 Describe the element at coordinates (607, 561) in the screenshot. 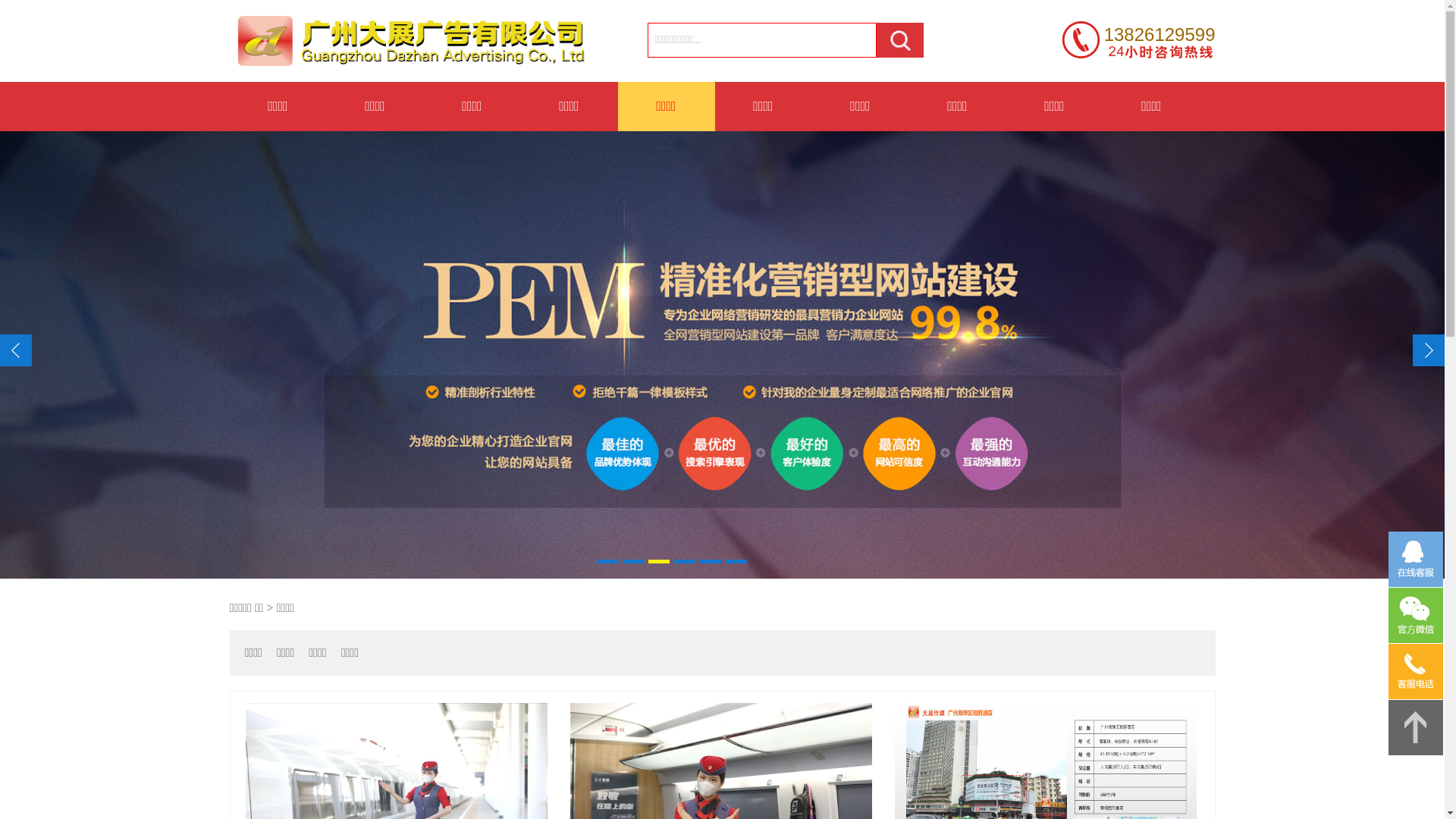

I see `'1'` at that location.